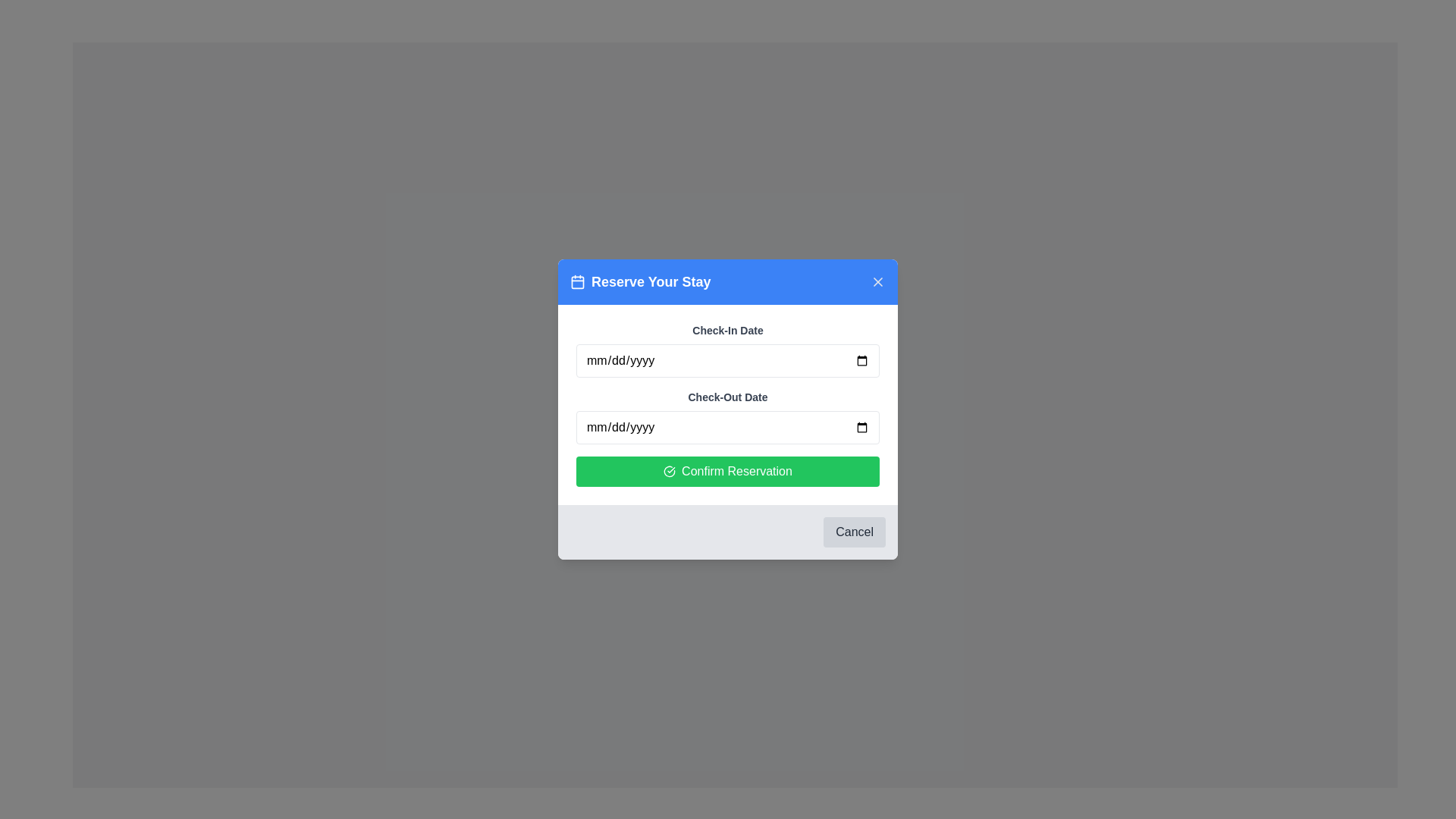 The width and height of the screenshot is (1456, 819). Describe the element at coordinates (669, 470) in the screenshot. I see `the green circular icon with a check mark symbol, which is positioned to the left of the 'Confirm Reservation' button in the modal dialog` at that location.